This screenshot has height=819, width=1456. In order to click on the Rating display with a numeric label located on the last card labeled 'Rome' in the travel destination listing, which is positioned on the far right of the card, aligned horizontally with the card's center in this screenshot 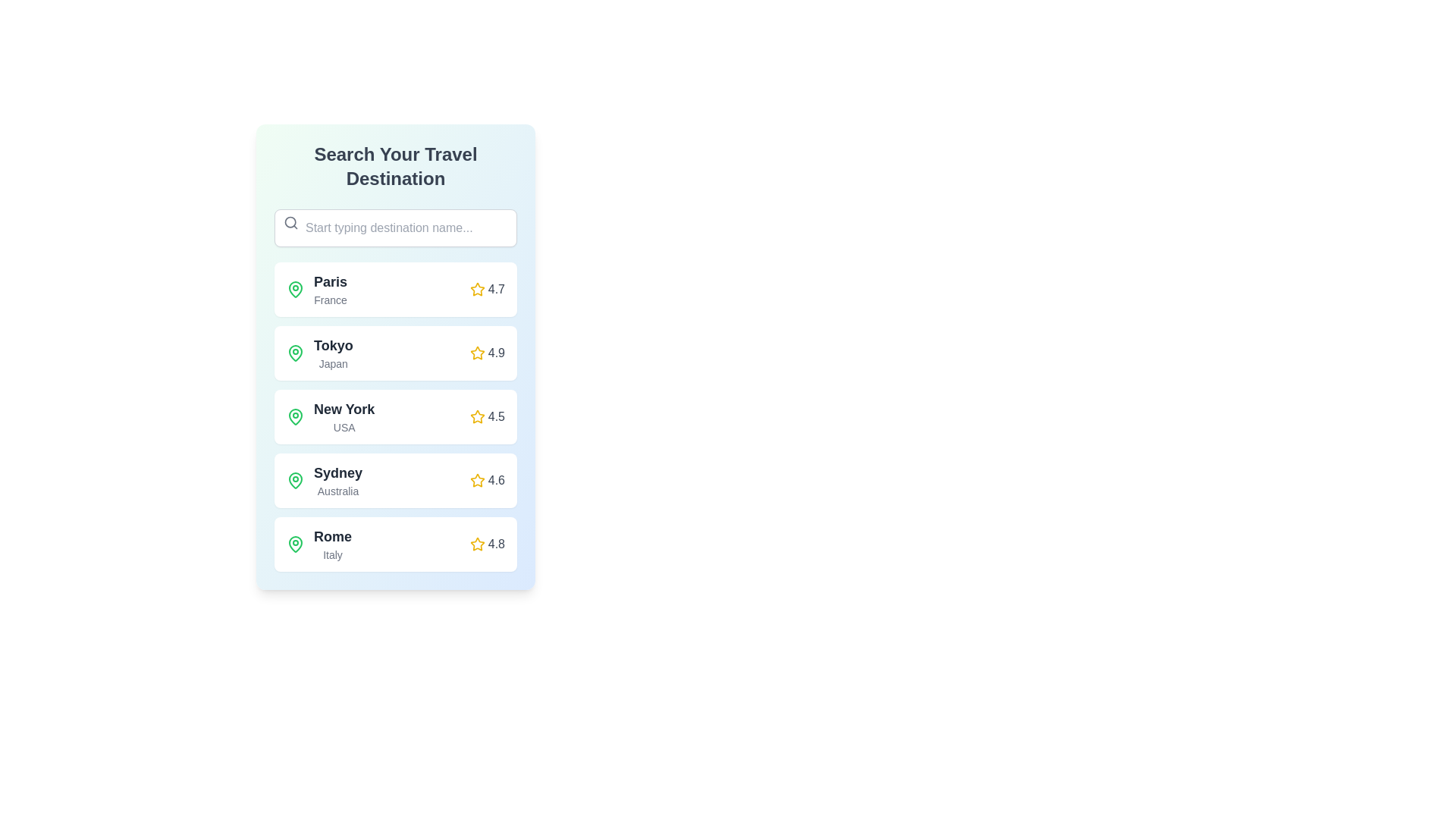, I will do `click(487, 543)`.